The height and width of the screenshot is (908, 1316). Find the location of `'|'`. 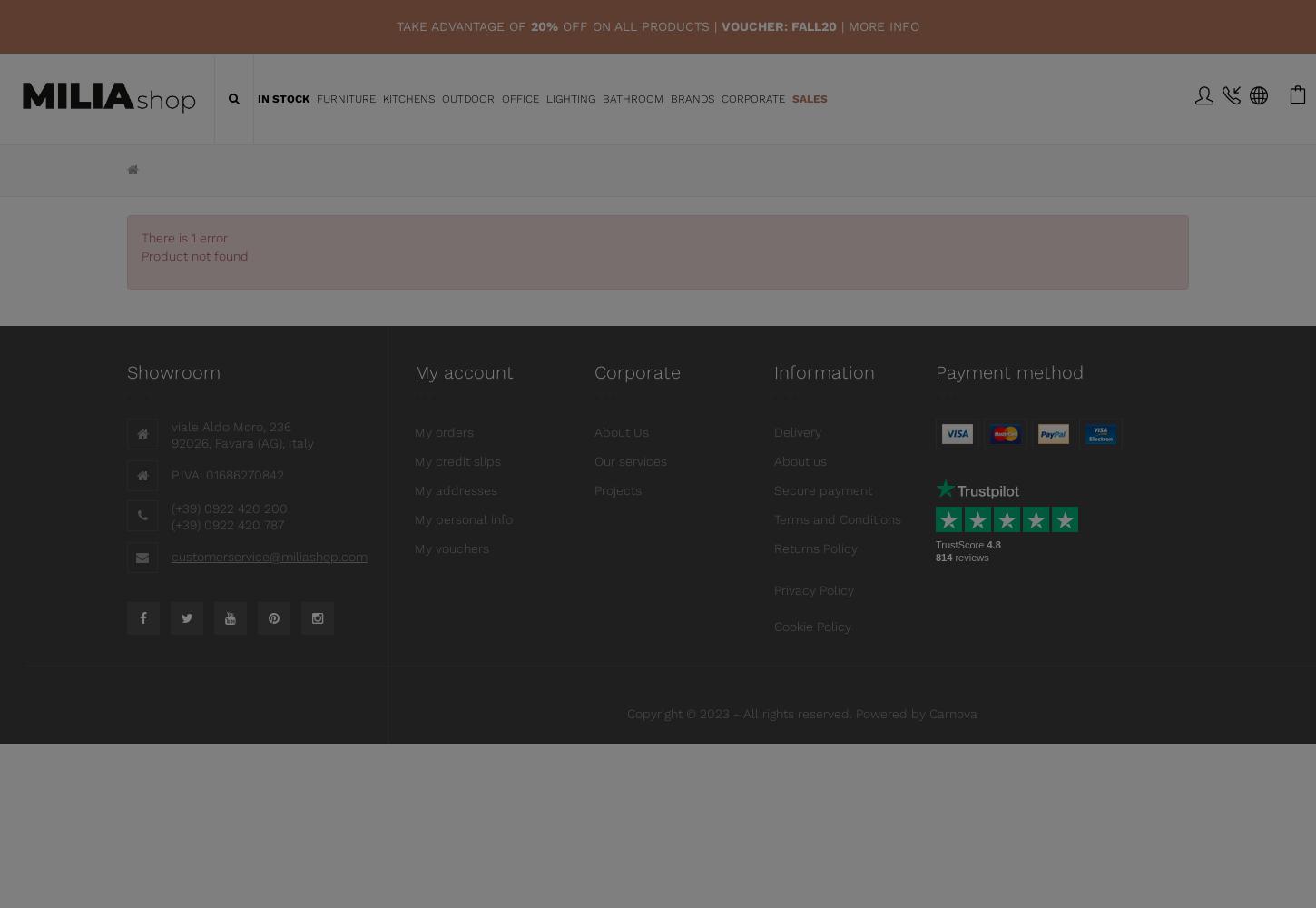

'|' is located at coordinates (841, 26).